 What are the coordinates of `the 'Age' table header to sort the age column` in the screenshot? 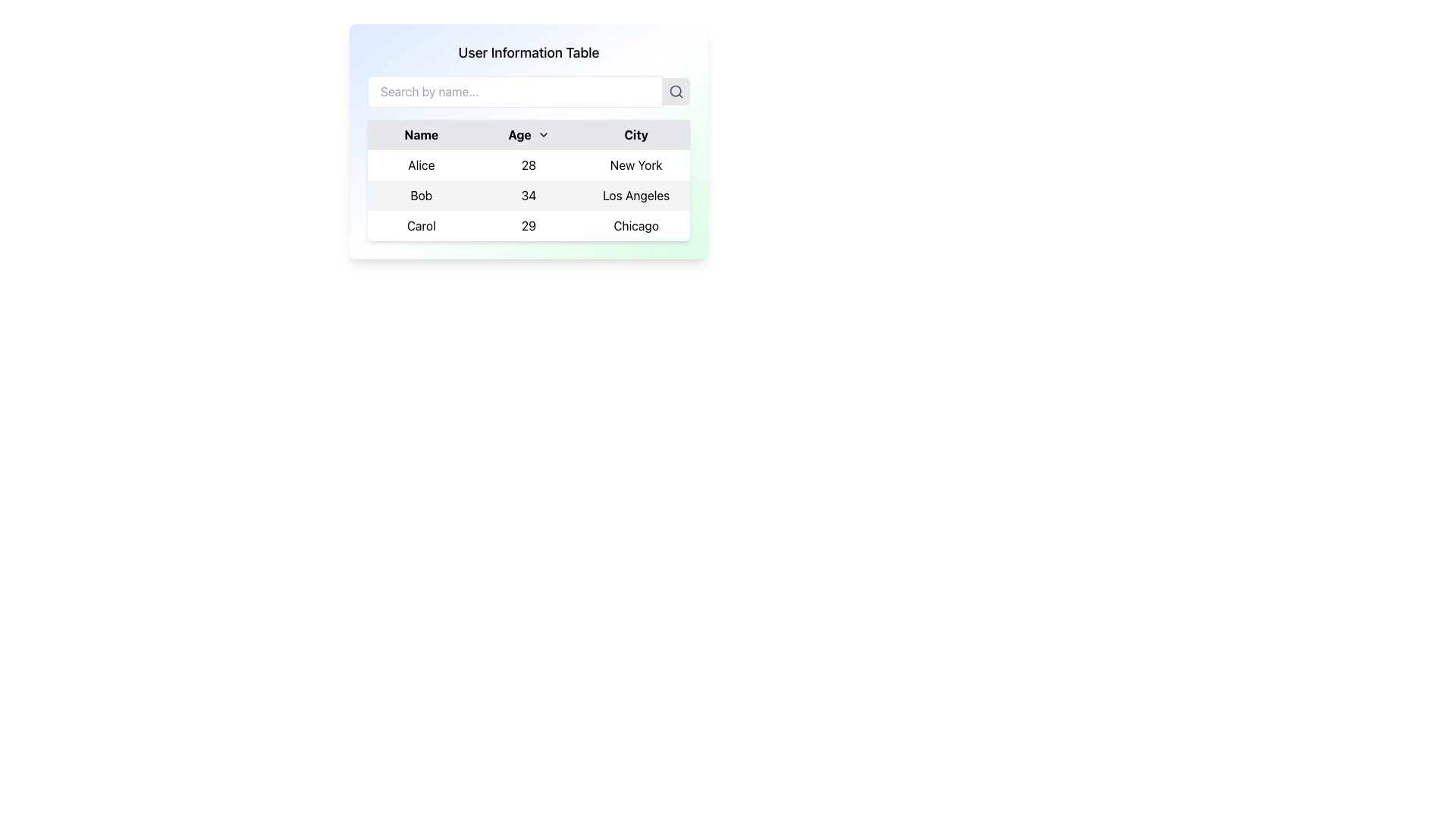 It's located at (529, 141).